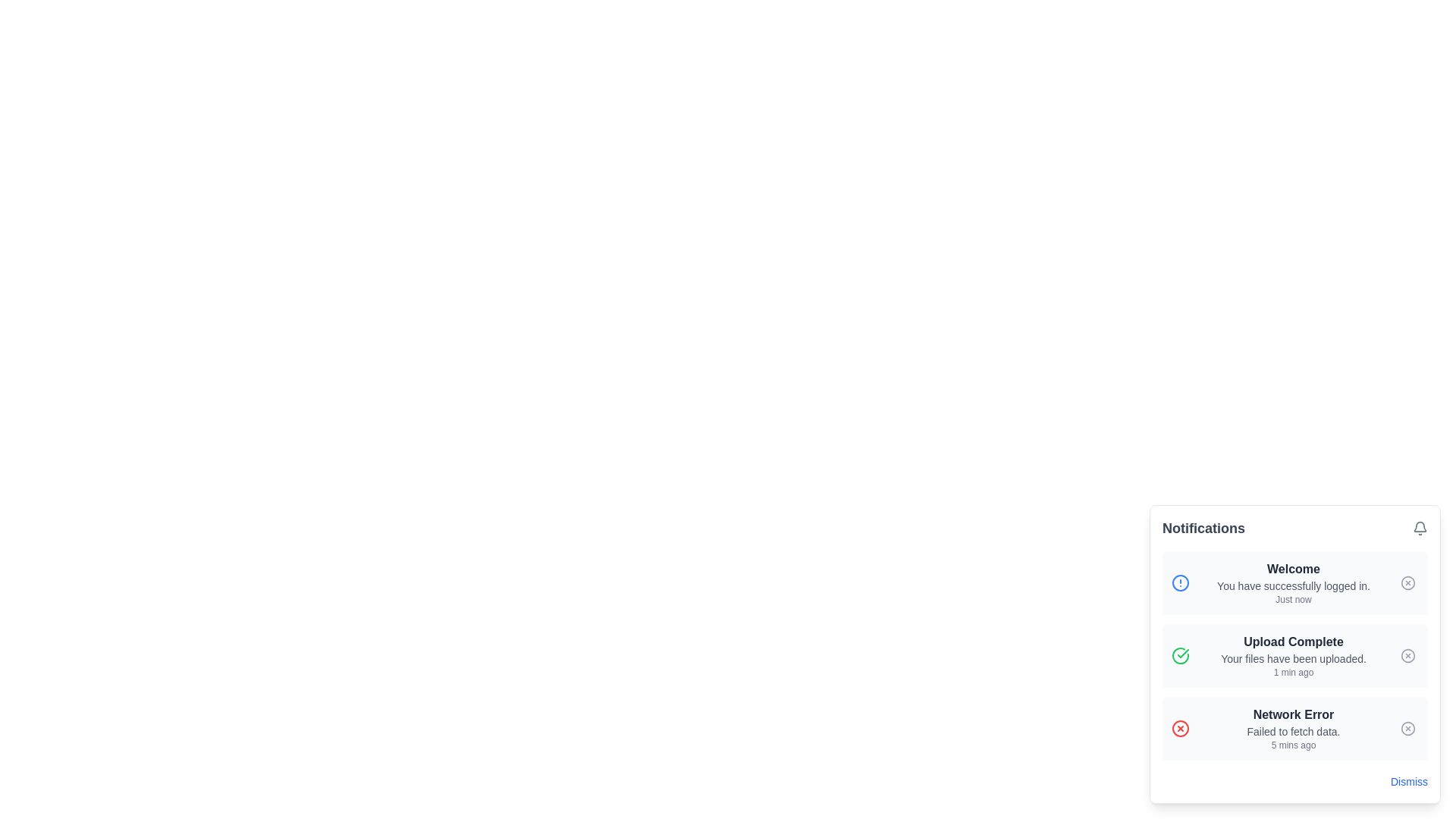 This screenshot has height=819, width=1456. I want to click on the 'Upload Complete' text label that is prominently displayed in bold black font within the second notification card of the notification list, so click(1292, 642).